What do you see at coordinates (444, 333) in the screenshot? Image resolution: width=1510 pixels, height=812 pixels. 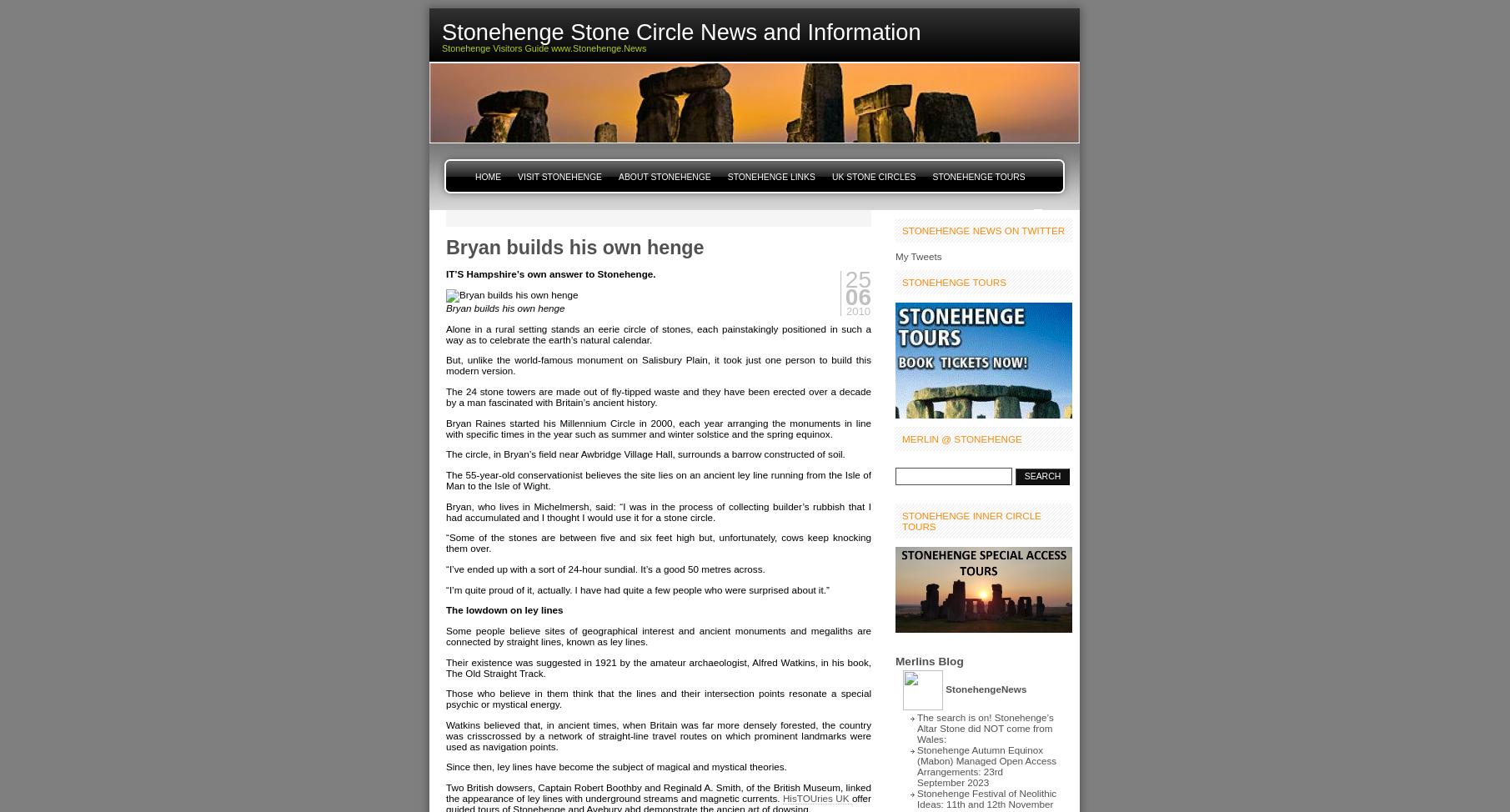 I see `'Alone in a rural setting stands an eerie circle of stones, each painstakingly positioned in such a way as to celebrate the earth’s natural calendar.'` at bounding box center [444, 333].